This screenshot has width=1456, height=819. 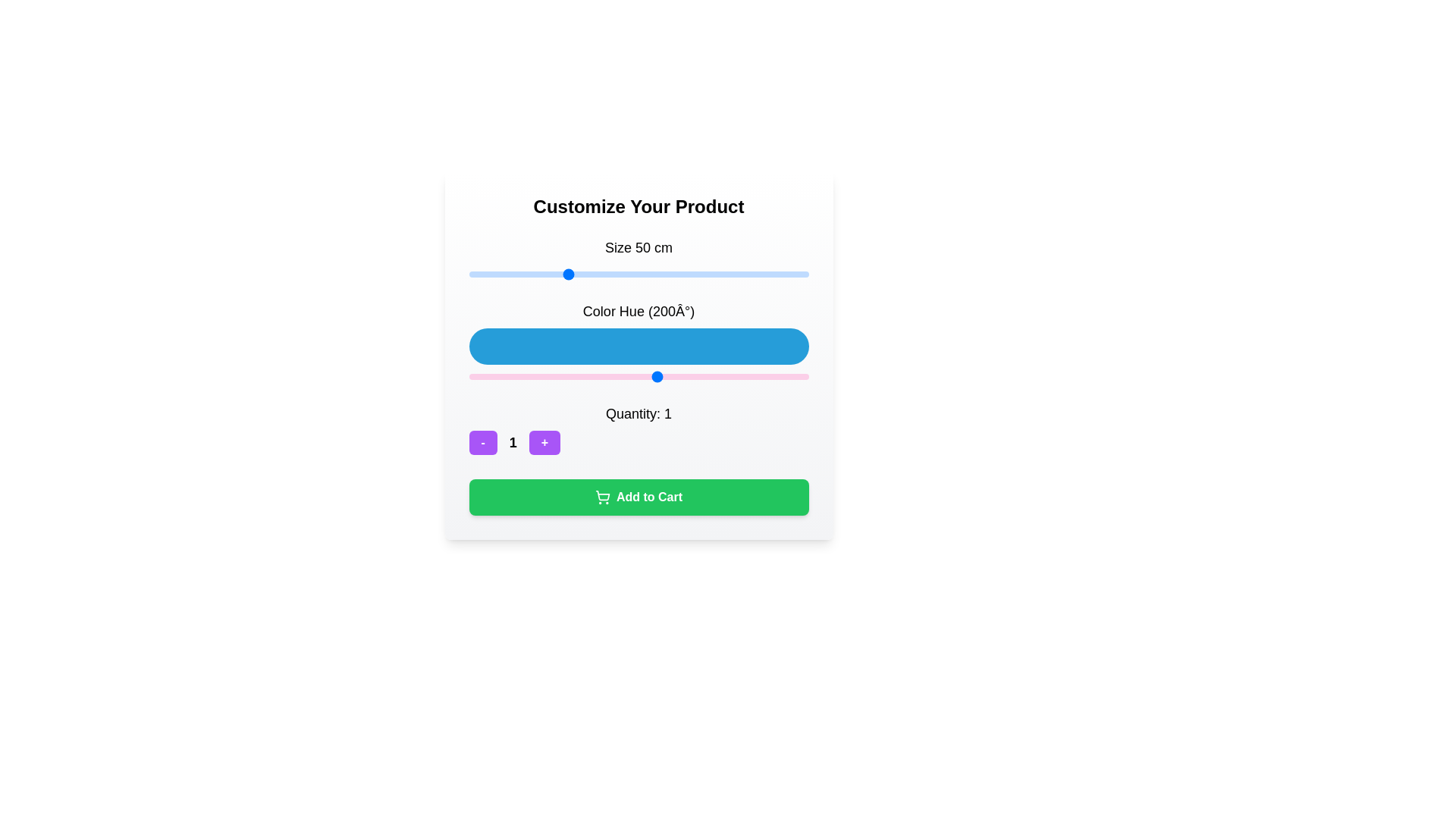 I want to click on the color hue slider, so click(x=485, y=376).